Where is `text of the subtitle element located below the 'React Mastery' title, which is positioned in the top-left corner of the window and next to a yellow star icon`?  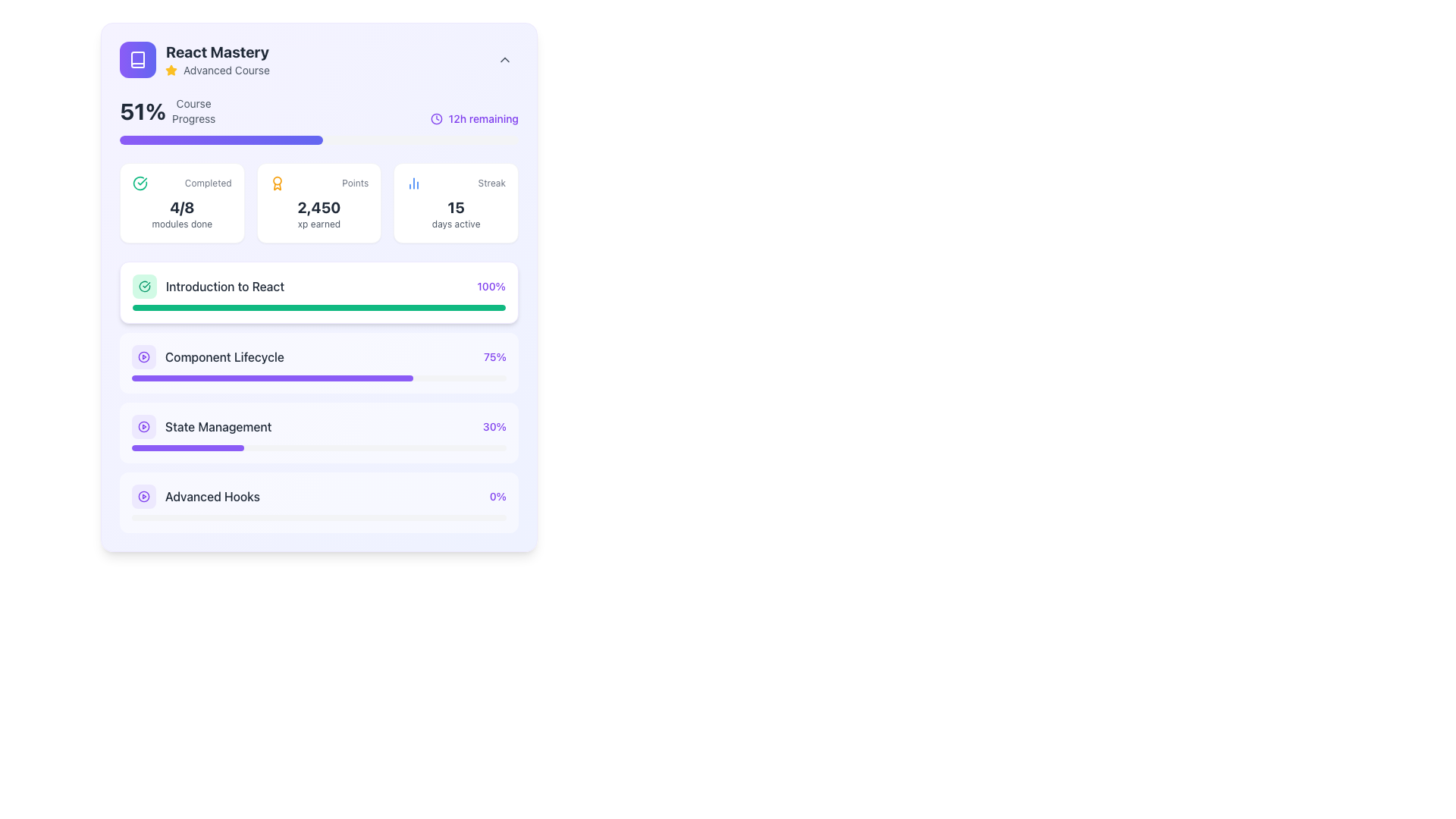
text of the subtitle element located below the 'React Mastery' title, which is positioned in the top-left corner of the window and next to a yellow star icon is located at coordinates (217, 70).